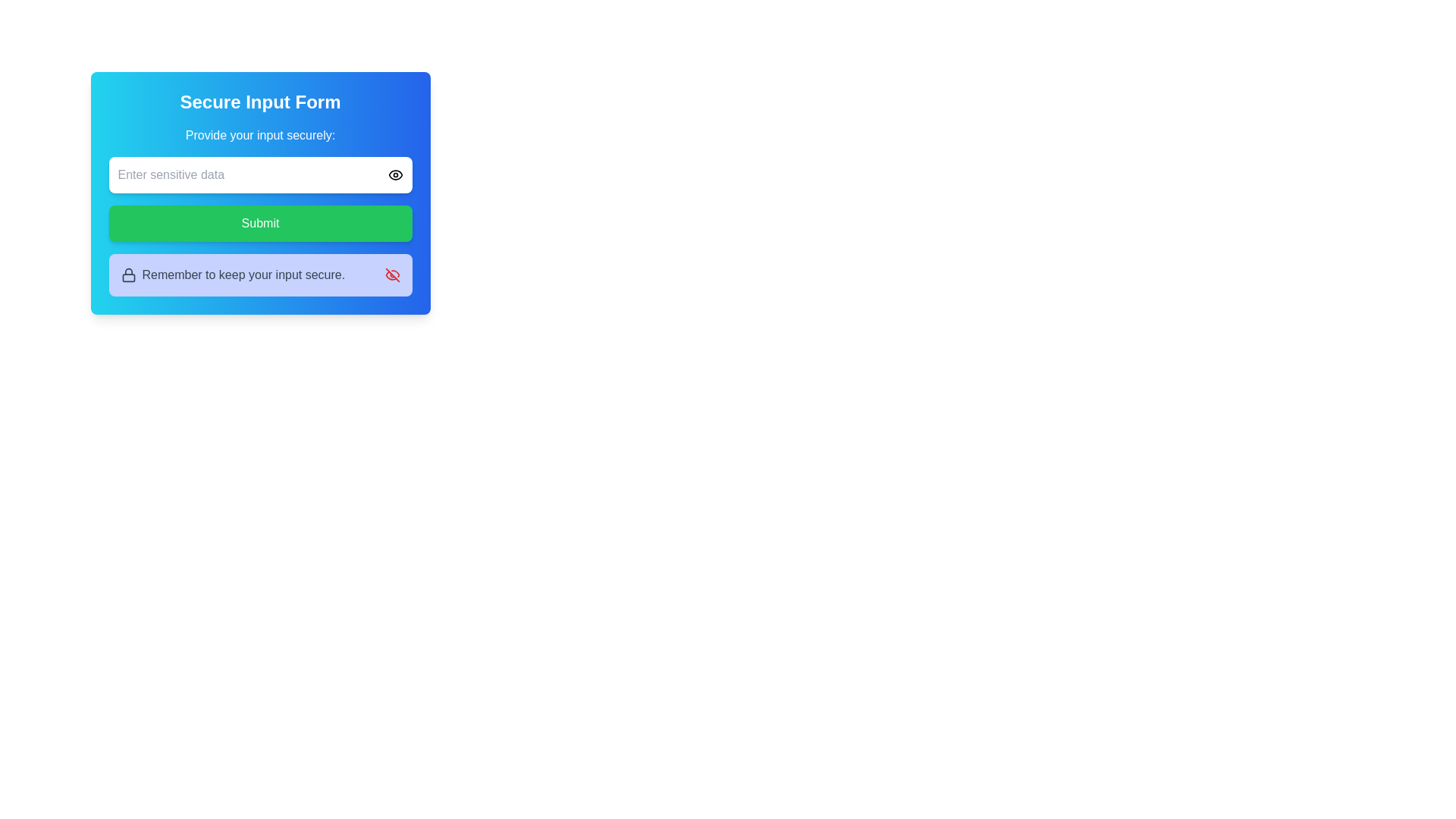 The image size is (1456, 819). I want to click on the padlock icon located on the left side of the blue background section, adjacent to the text 'Remember to keep your input secure.', so click(128, 275).